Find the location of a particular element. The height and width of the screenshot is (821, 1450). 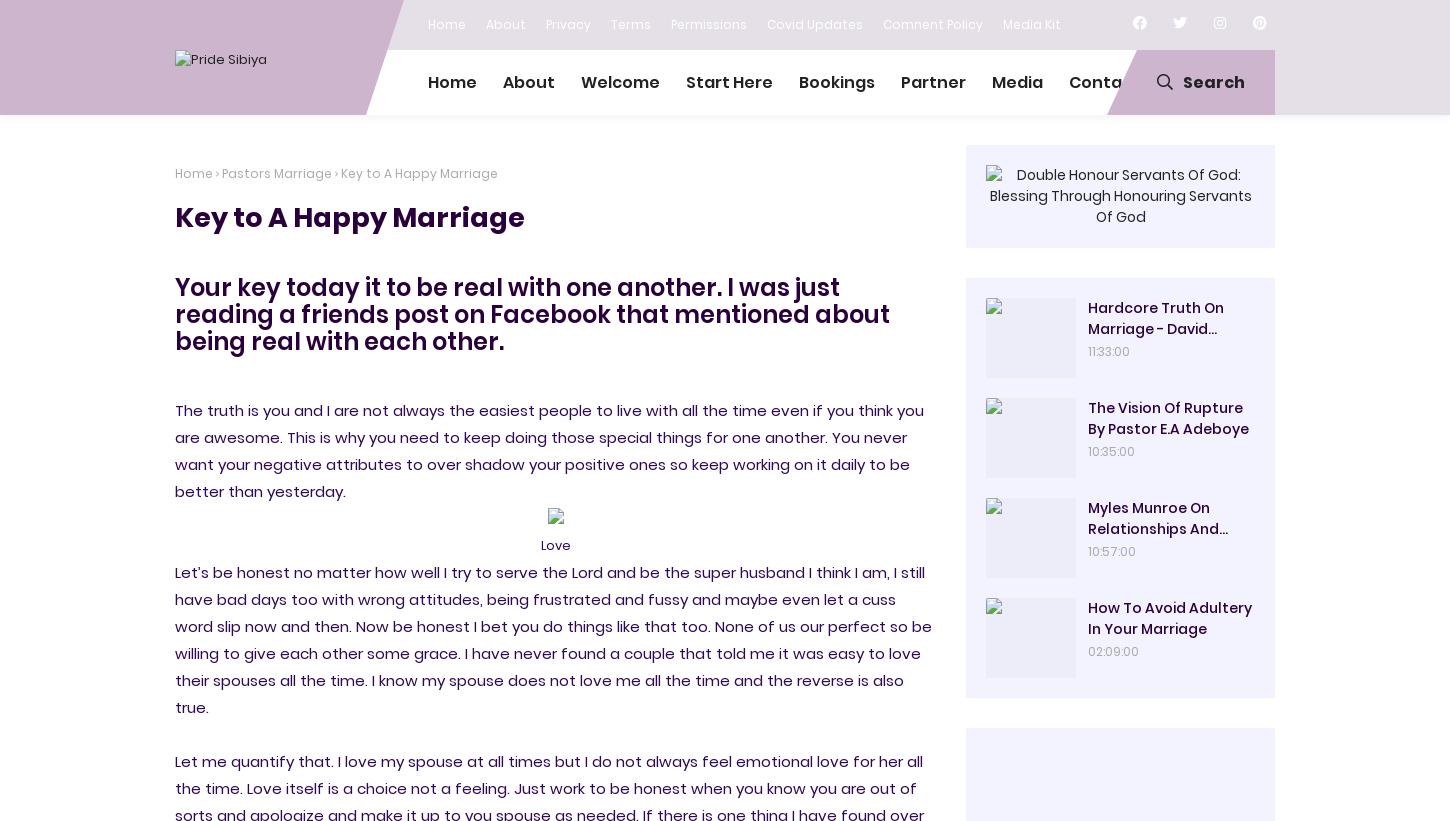

'Pastors Marriage' is located at coordinates (276, 173).